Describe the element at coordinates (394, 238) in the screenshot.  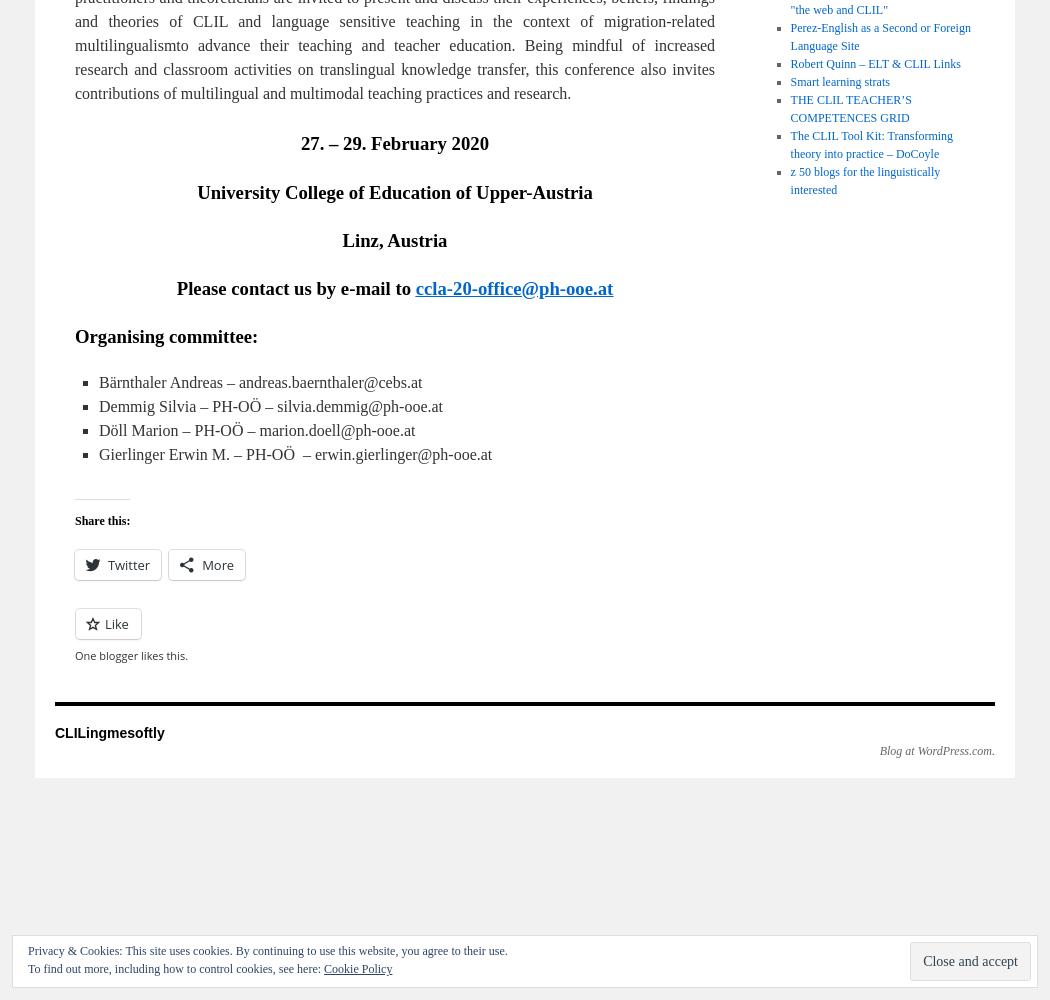
I see `'Linz, Austria'` at that location.